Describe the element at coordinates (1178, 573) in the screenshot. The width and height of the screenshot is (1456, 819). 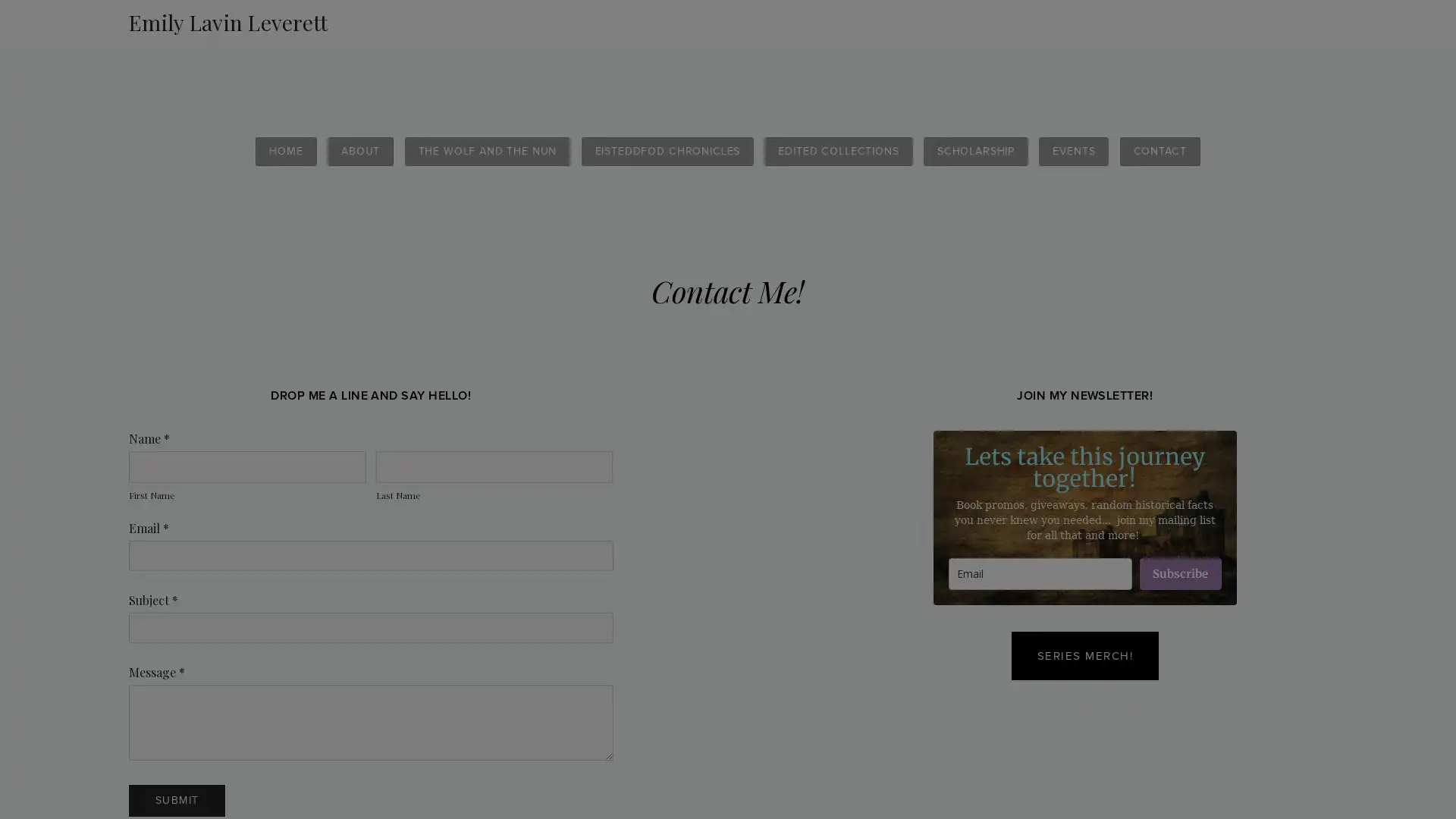
I see `Subscribe` at that location.